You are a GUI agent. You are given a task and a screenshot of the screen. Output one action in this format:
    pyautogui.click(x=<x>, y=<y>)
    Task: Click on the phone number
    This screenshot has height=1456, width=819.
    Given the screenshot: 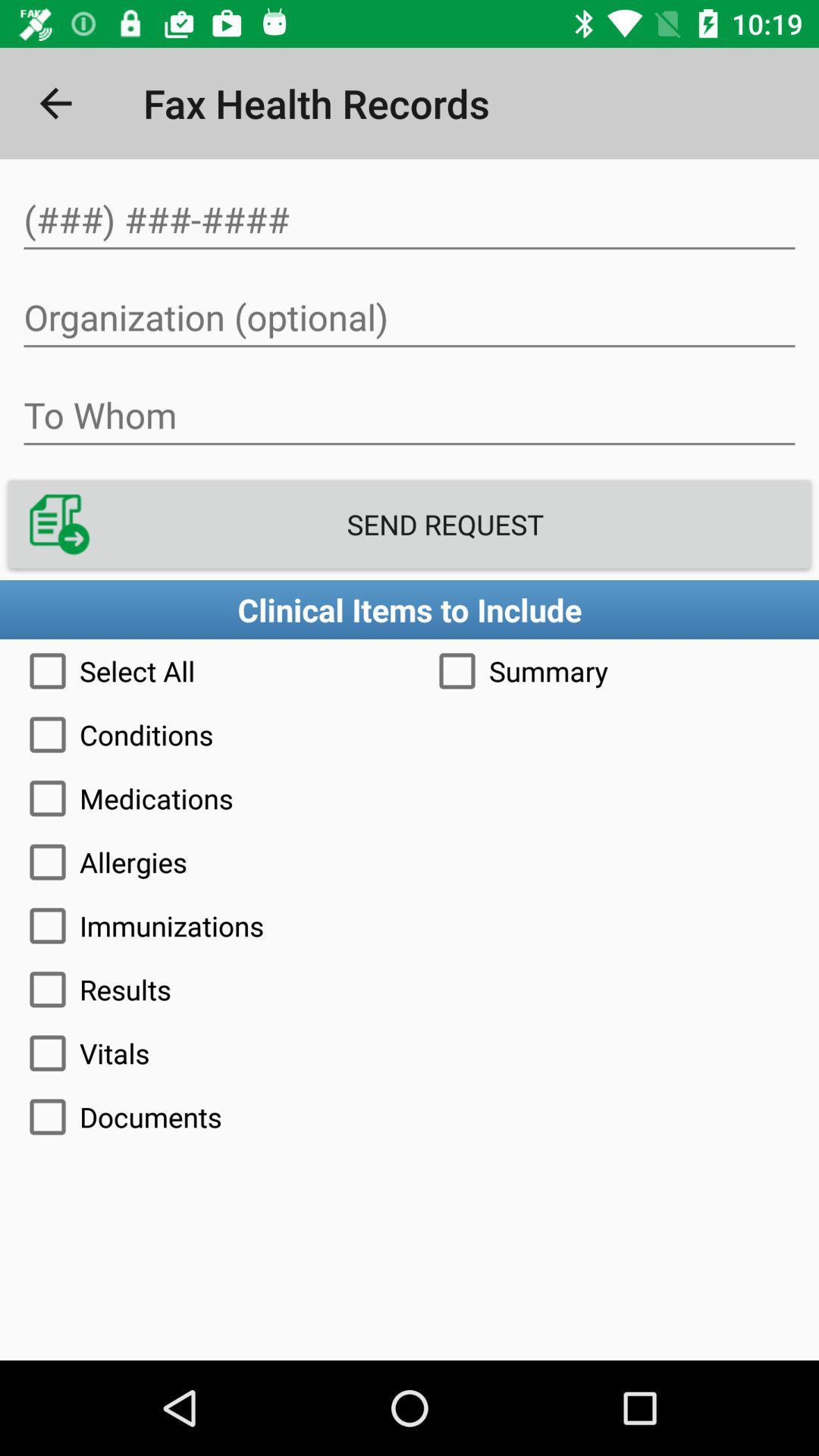 What is the action you would take?
    pyautogui.click(x=409, y=219)
    